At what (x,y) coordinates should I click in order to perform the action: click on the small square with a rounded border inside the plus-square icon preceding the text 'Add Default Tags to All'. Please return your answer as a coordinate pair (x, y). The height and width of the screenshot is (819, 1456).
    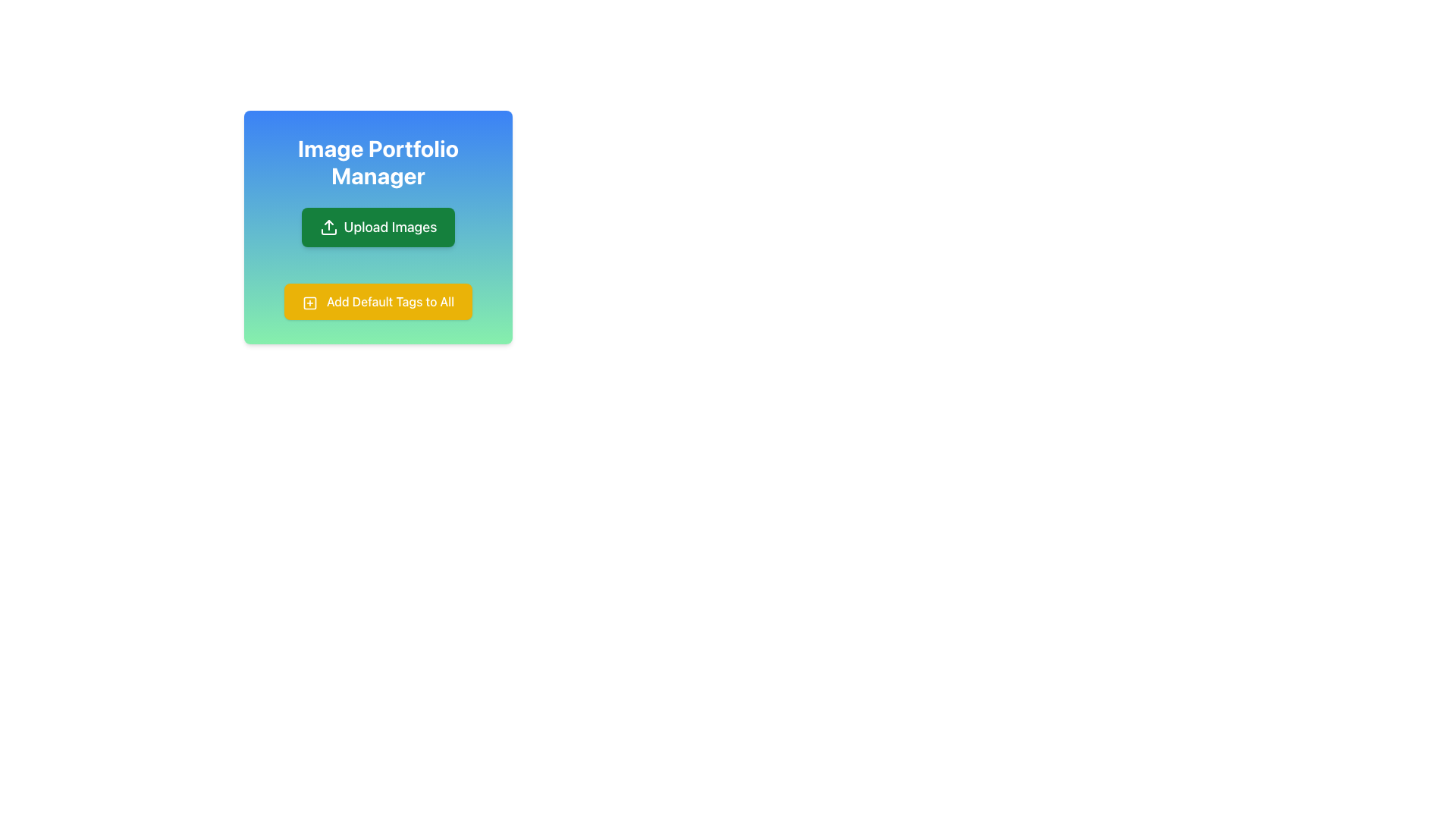
    Looking at the image, I should click on (309, 303).